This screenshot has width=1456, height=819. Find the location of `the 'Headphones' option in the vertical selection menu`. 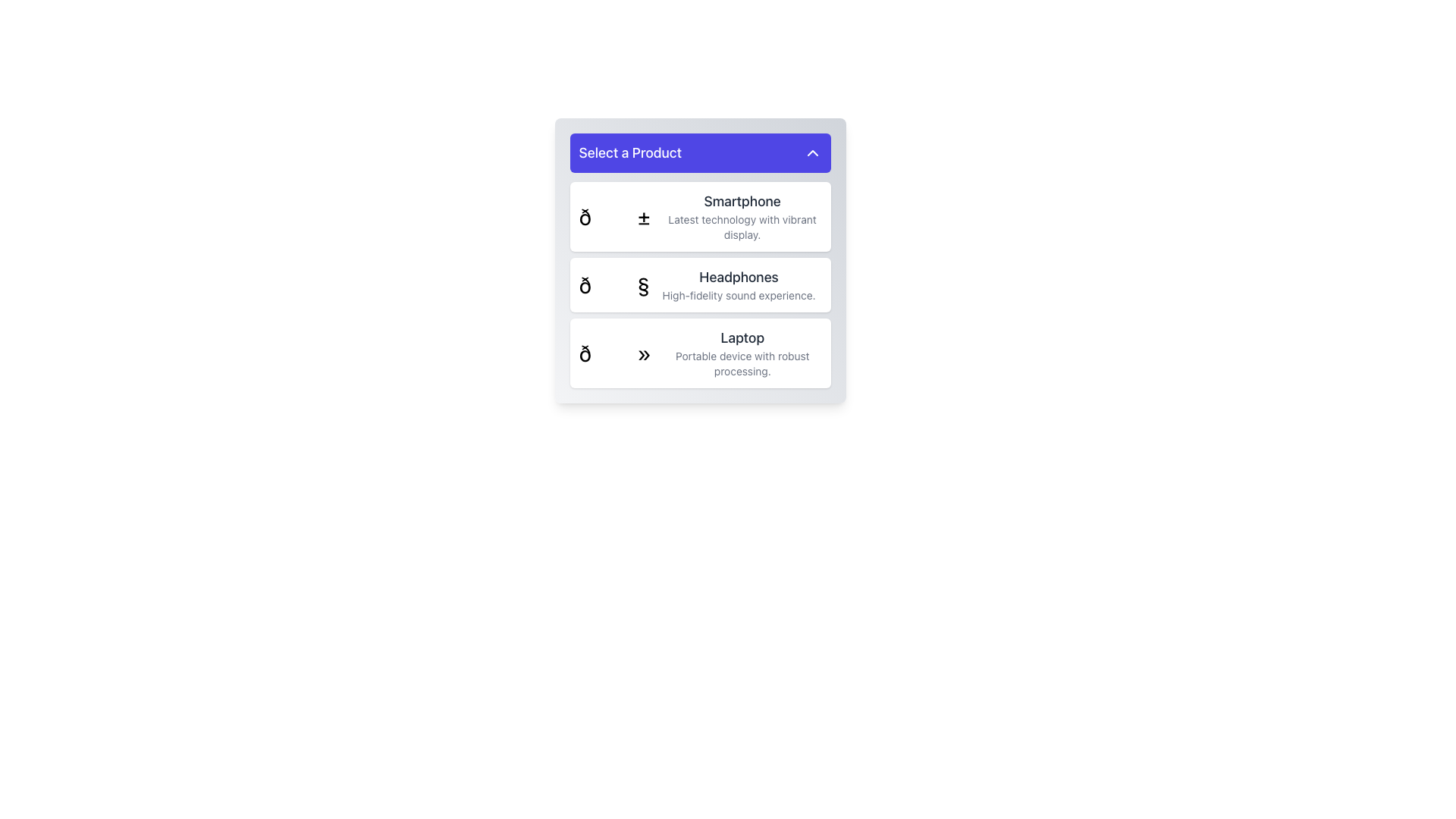

the 'Headphones' option in the vertical selection menu is located at coordinates (699, 284).